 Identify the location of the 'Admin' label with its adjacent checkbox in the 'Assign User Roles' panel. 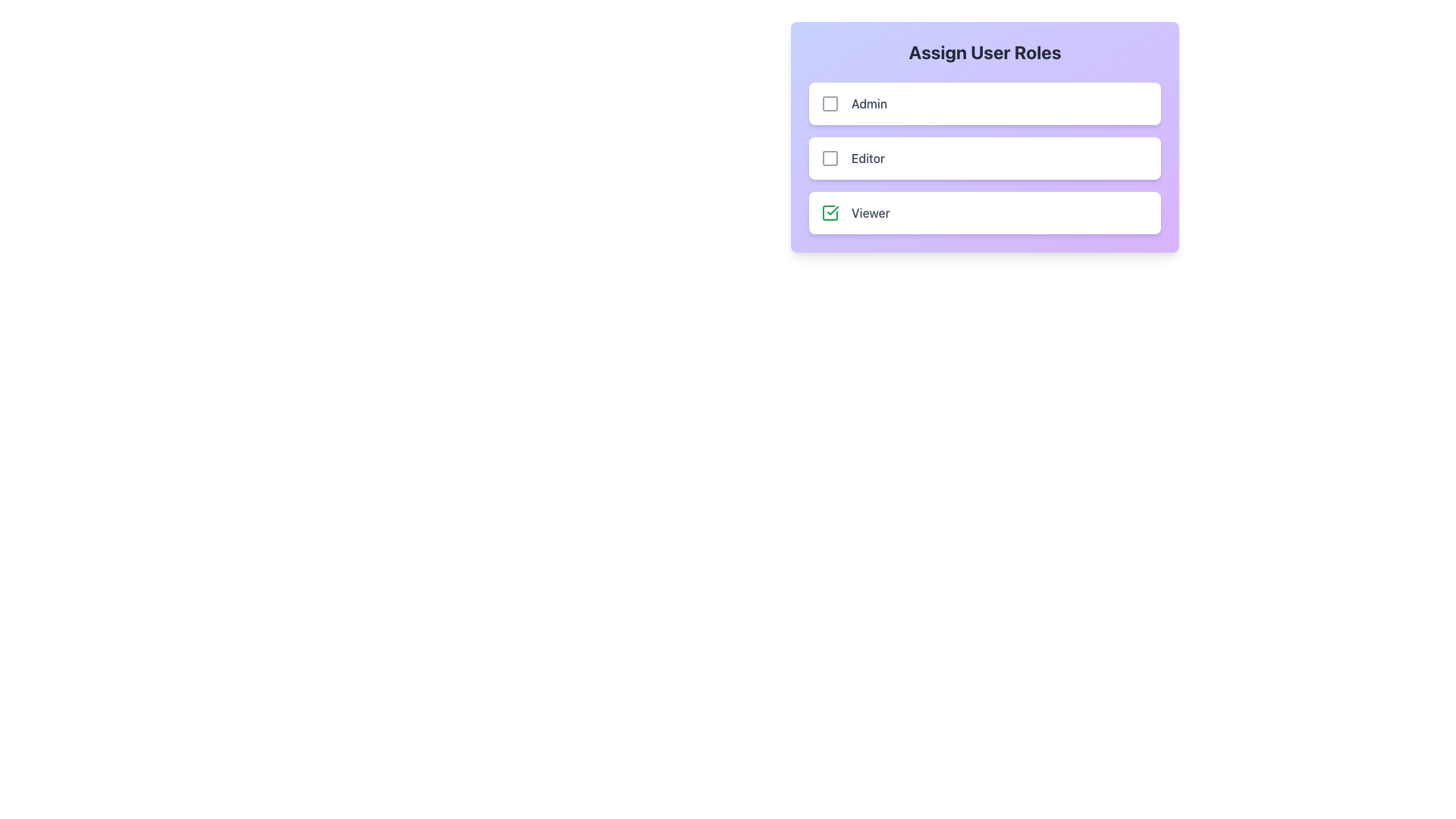
(854, 103).